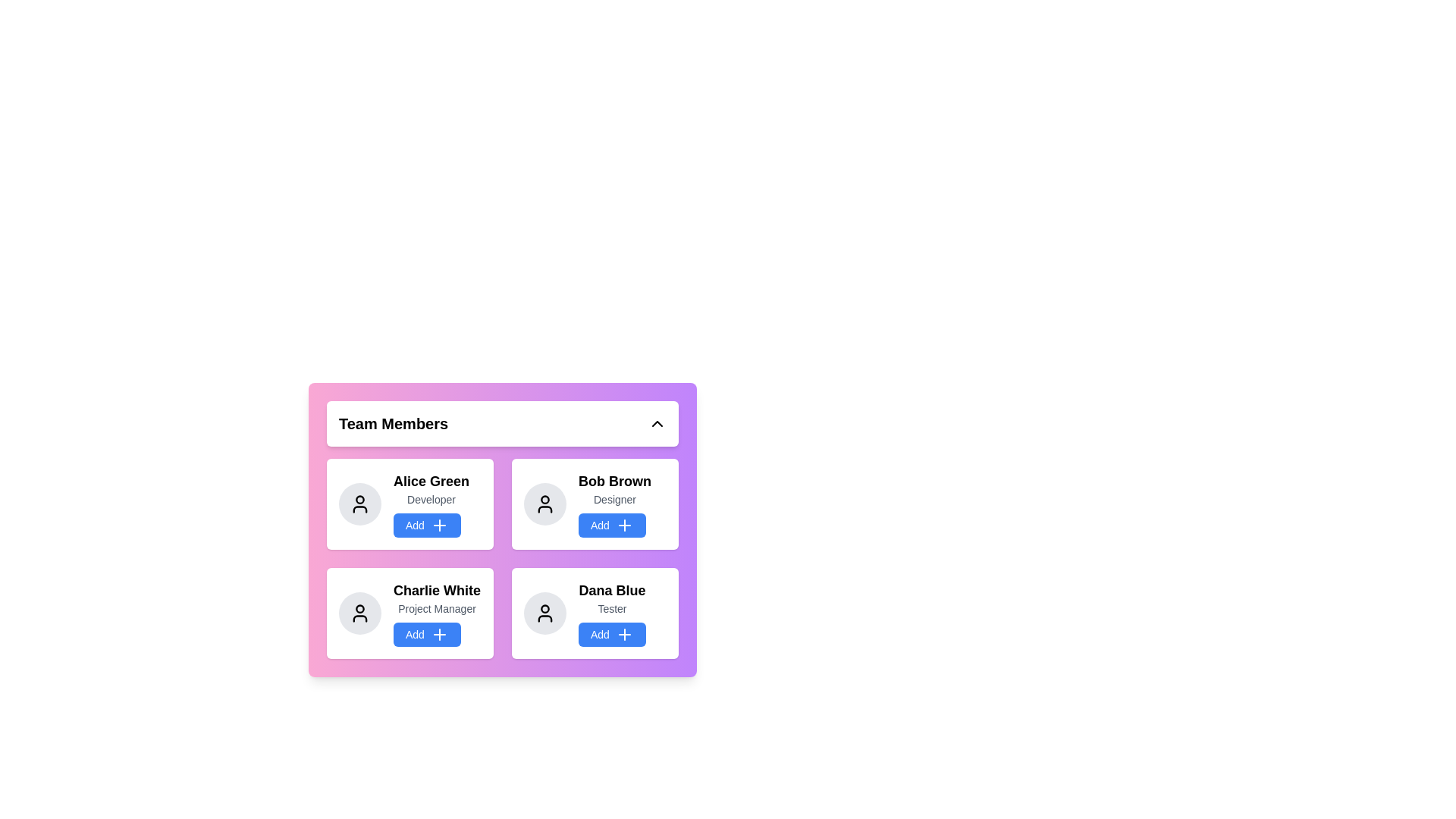  Describe the element at coordinates (615, 504) in the screenshot. I see `the 'Add' button on the card for team member 'Bob Brown,' who is a 'Designer.' This card is located in the top-right of the grid layout` at that location.